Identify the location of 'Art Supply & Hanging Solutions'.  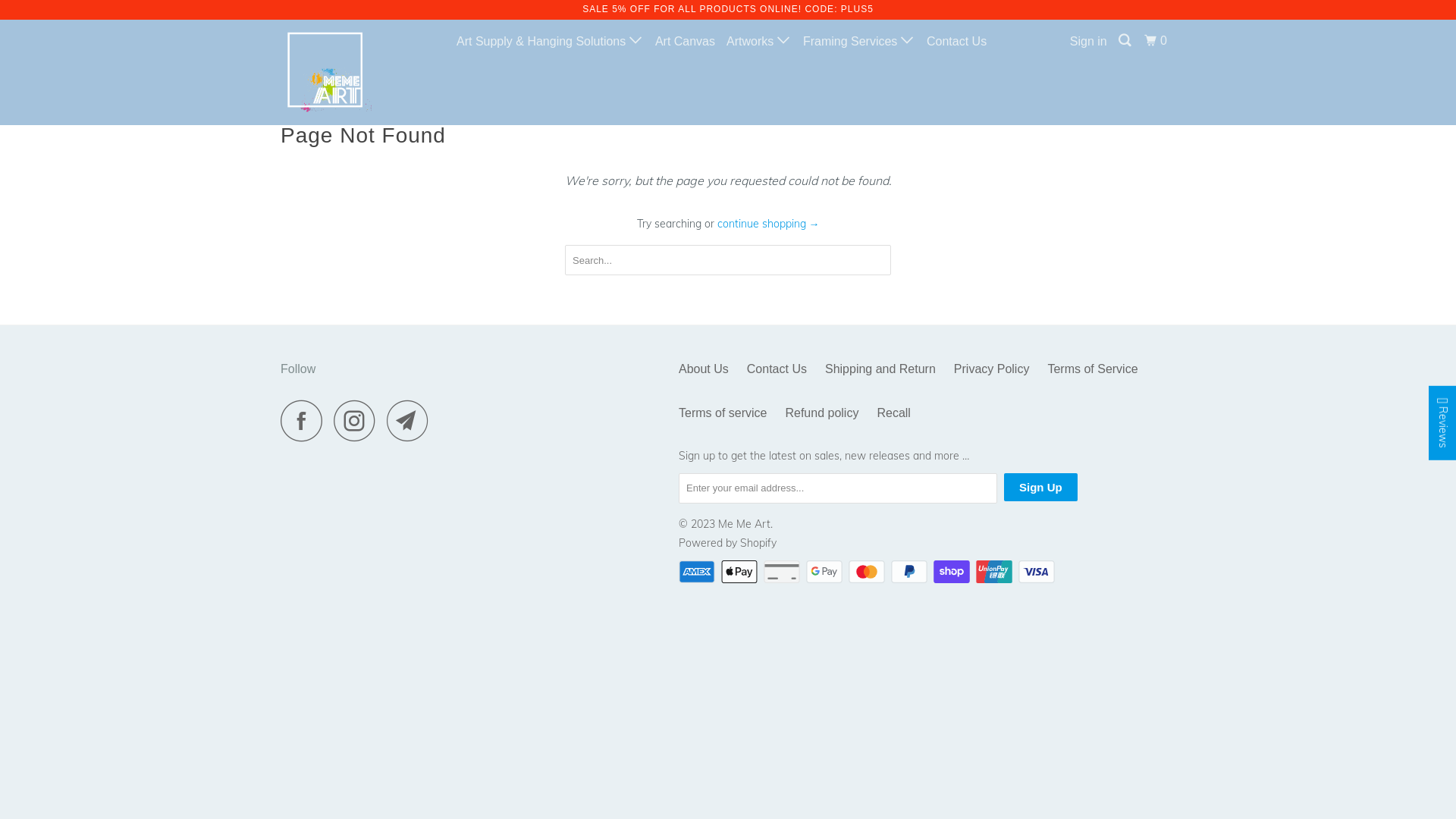
(549, 40).